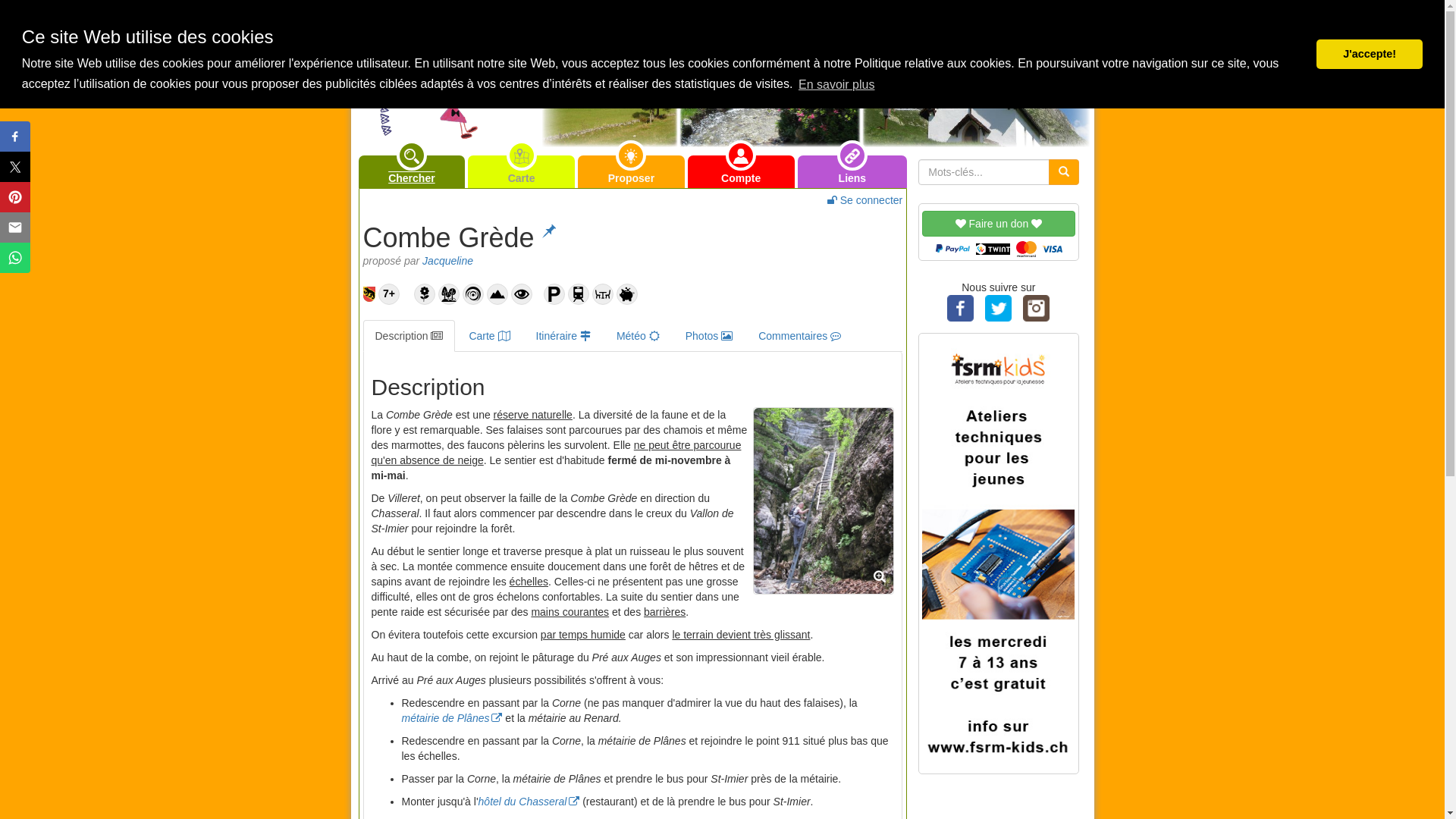  I want to click on 'Suivre balades-en-famille.ch sur instagram', so click(1036, 307).